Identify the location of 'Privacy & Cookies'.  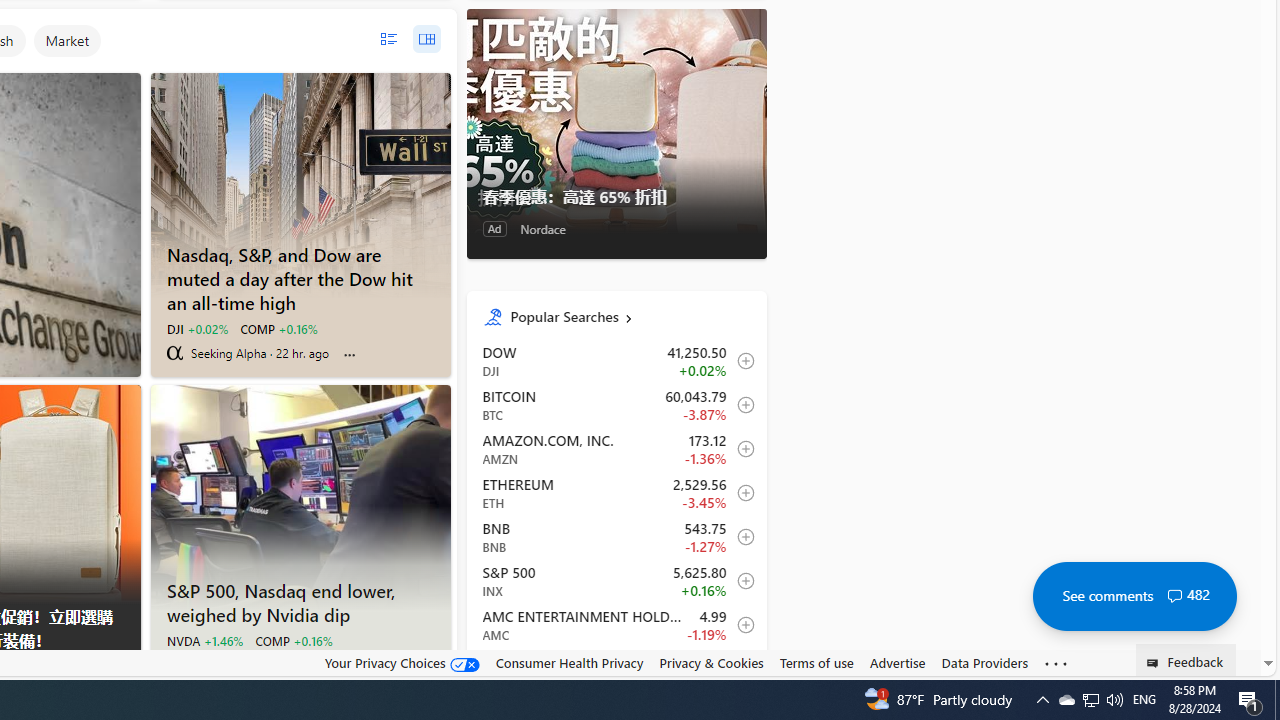
(711, 663).